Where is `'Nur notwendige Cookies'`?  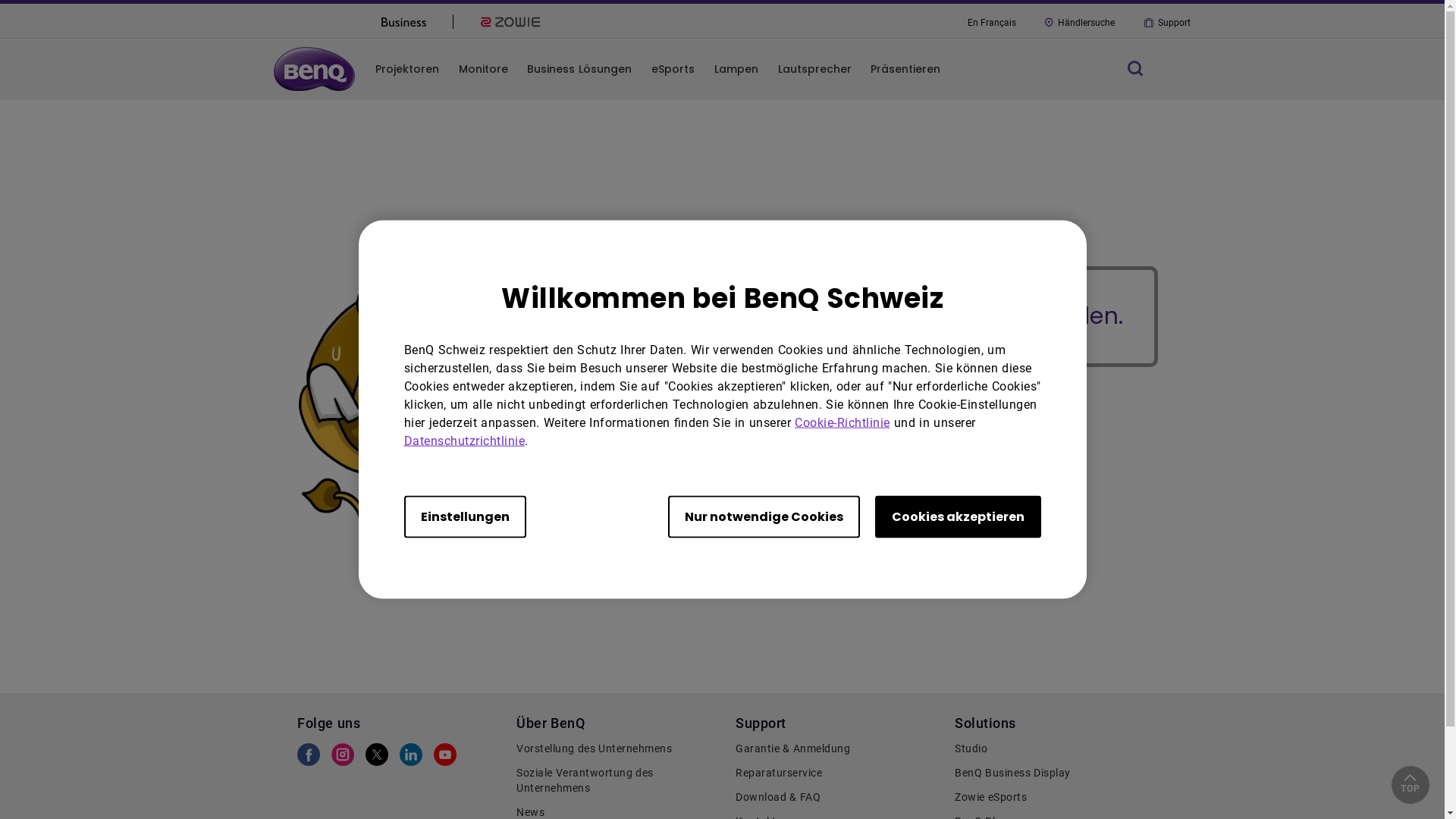 'Nur notwendige Cookies' is located at coordinates (763, 516).